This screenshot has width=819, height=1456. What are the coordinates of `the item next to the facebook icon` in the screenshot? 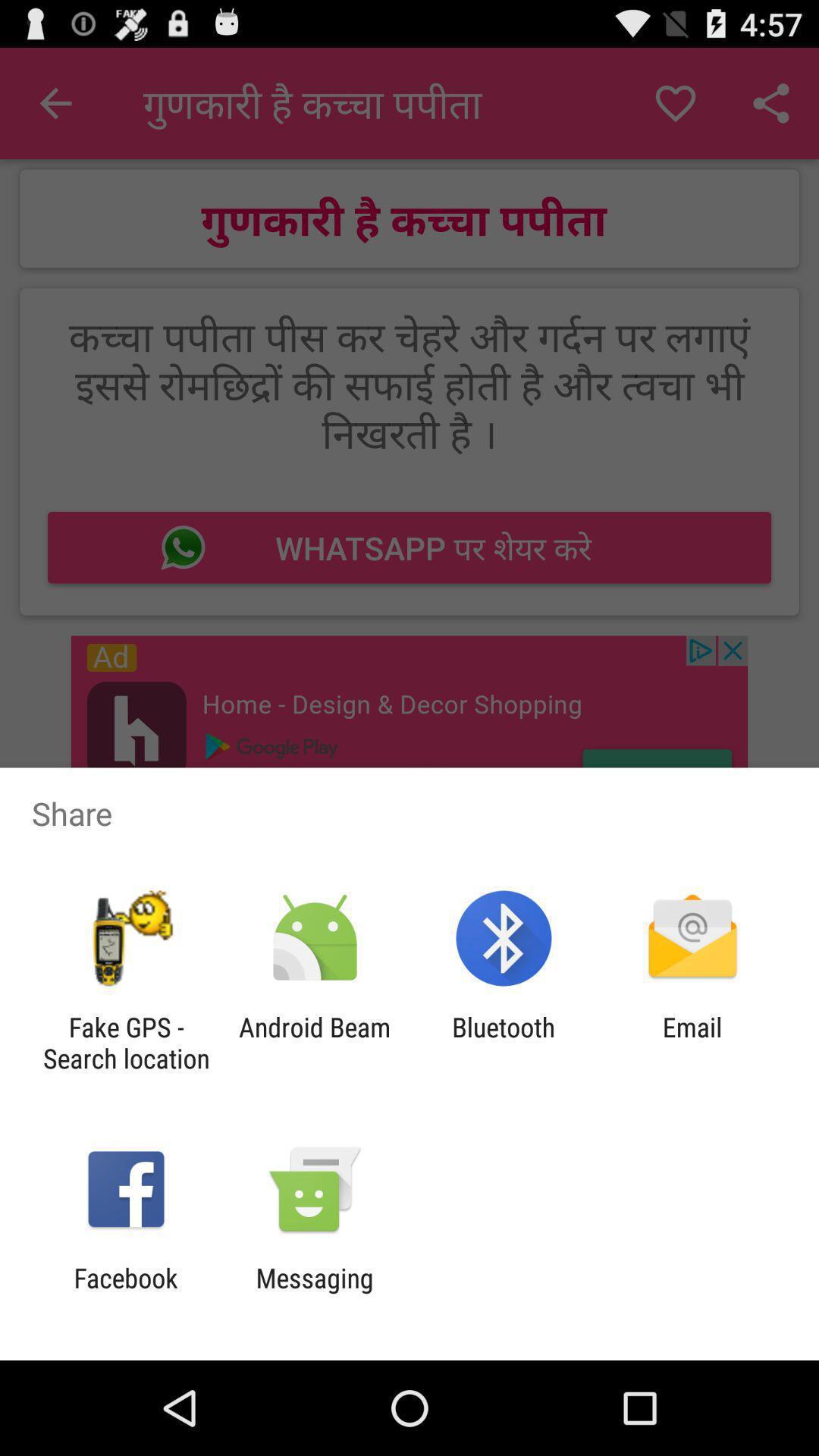 It's located at (314, 1293).